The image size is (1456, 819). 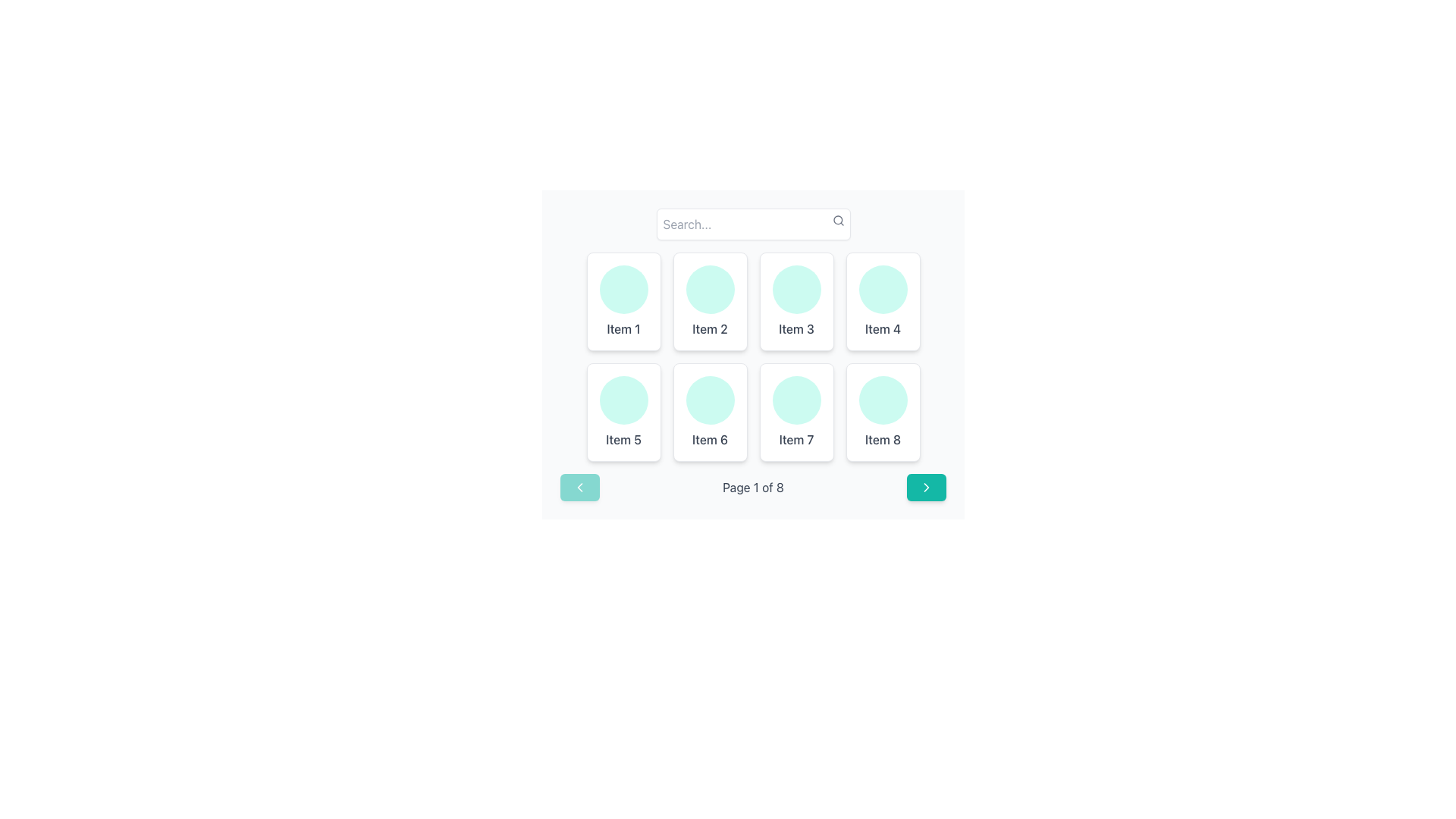 What do you see at coordinates (795, 412) in the screenshot?
I see `the grid item displaying 'Item 7', which is the seventh item in the grid, located in the bottom row, second column from the right` at bounding box center [795, 412].